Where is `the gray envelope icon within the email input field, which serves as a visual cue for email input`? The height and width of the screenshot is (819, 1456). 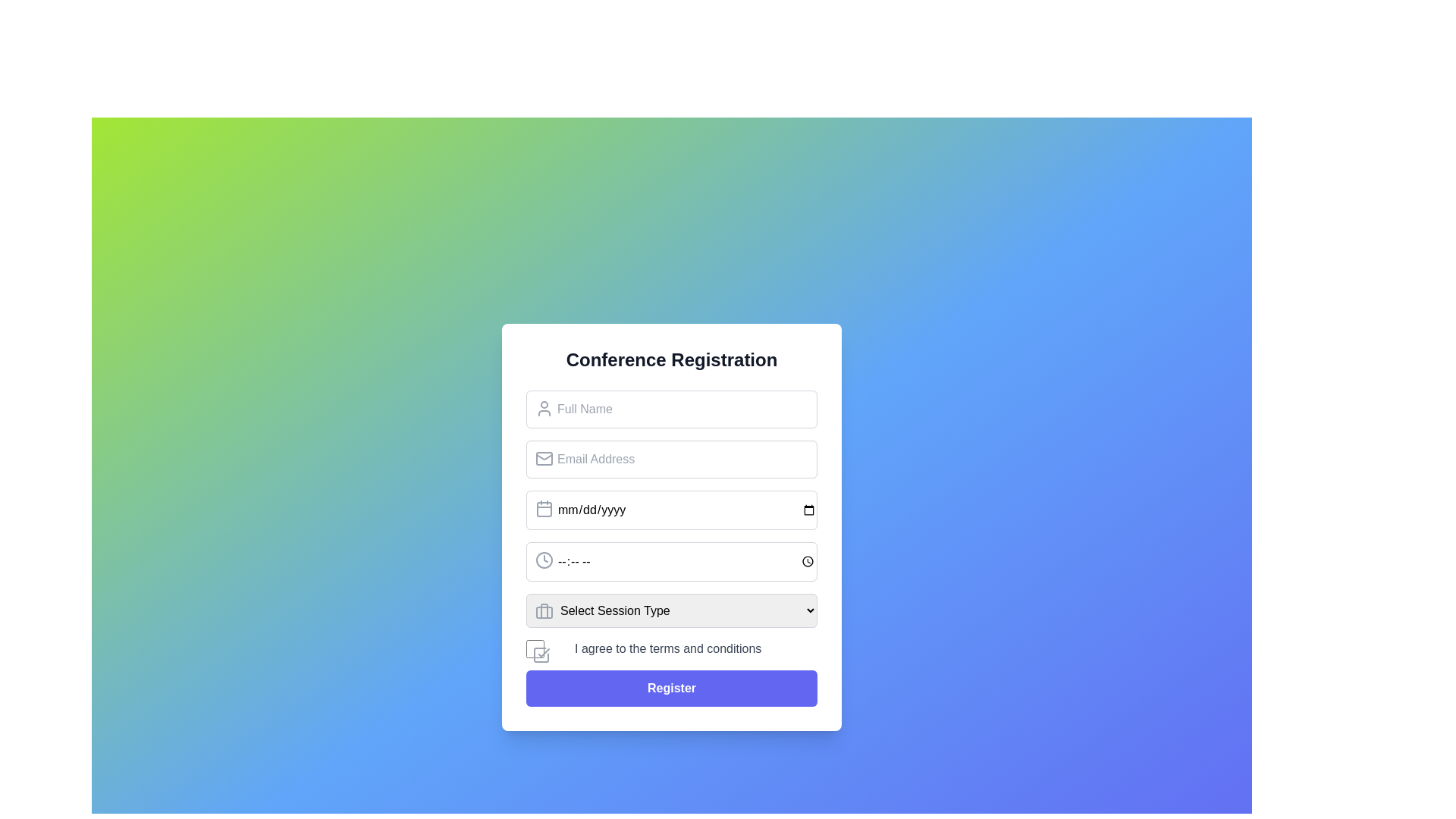
the gray envelope icon within the email input field, which serves as a visual cue for email input is located at coordinates (544, 457).